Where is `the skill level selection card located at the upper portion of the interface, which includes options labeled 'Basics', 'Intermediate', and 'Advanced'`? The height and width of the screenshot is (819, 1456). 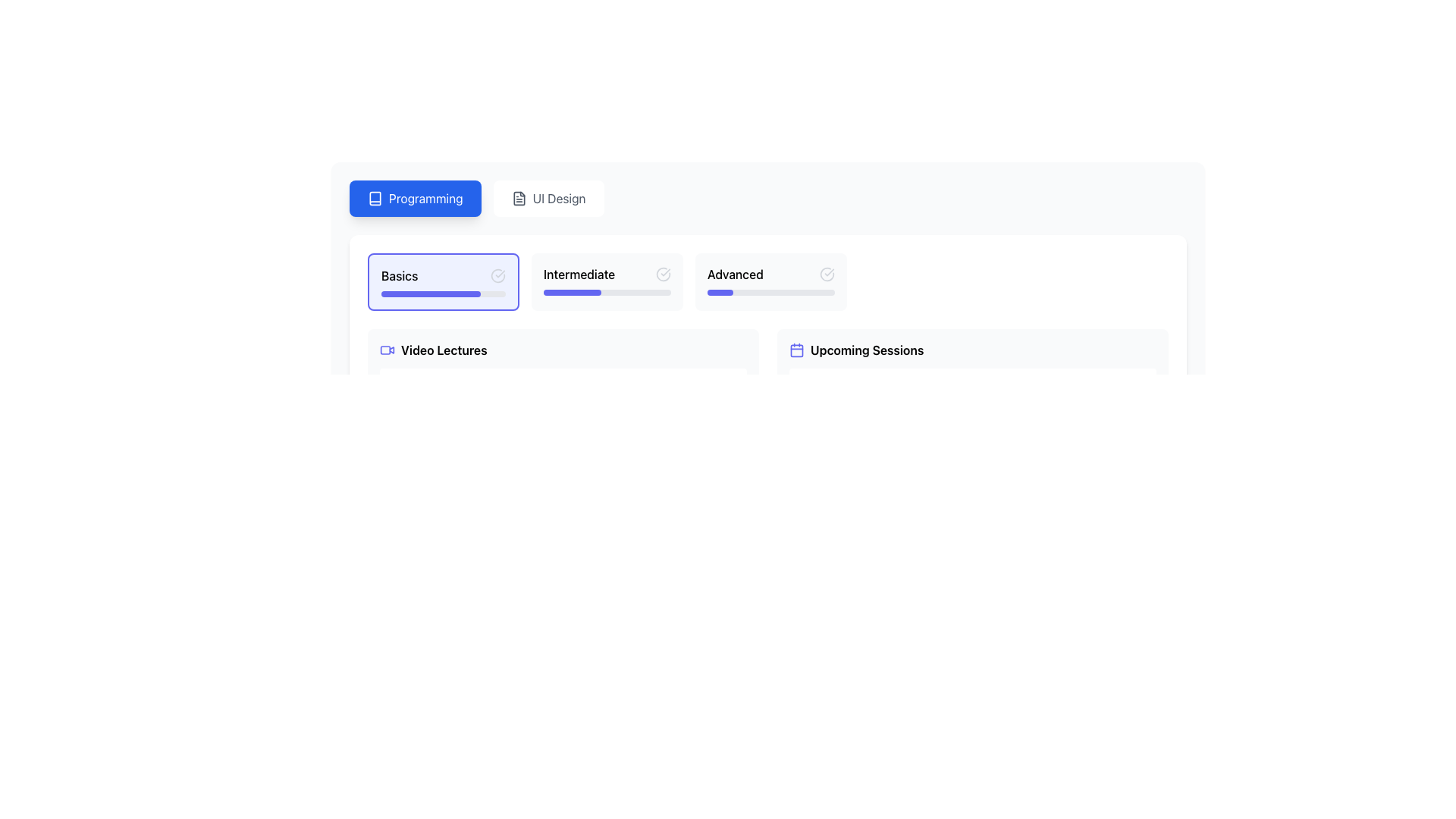
the skill level selection card located at the upper portion of the interface, which includes options labeled 'Basics', 'Intermediate', and 'Advanced' is located at coordinates (767, 281).